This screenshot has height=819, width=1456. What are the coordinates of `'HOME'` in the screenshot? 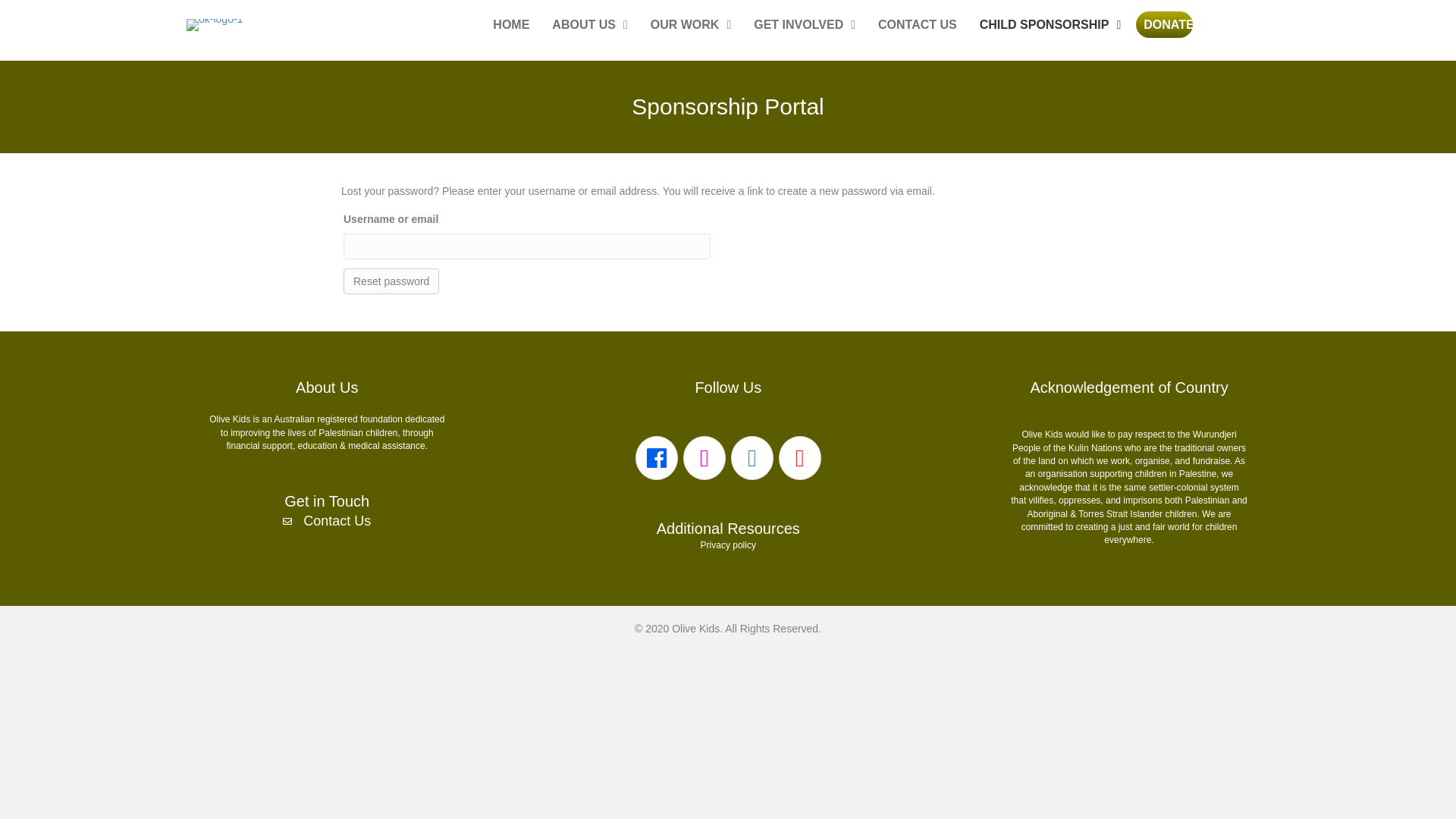 It's located at (484, 25).